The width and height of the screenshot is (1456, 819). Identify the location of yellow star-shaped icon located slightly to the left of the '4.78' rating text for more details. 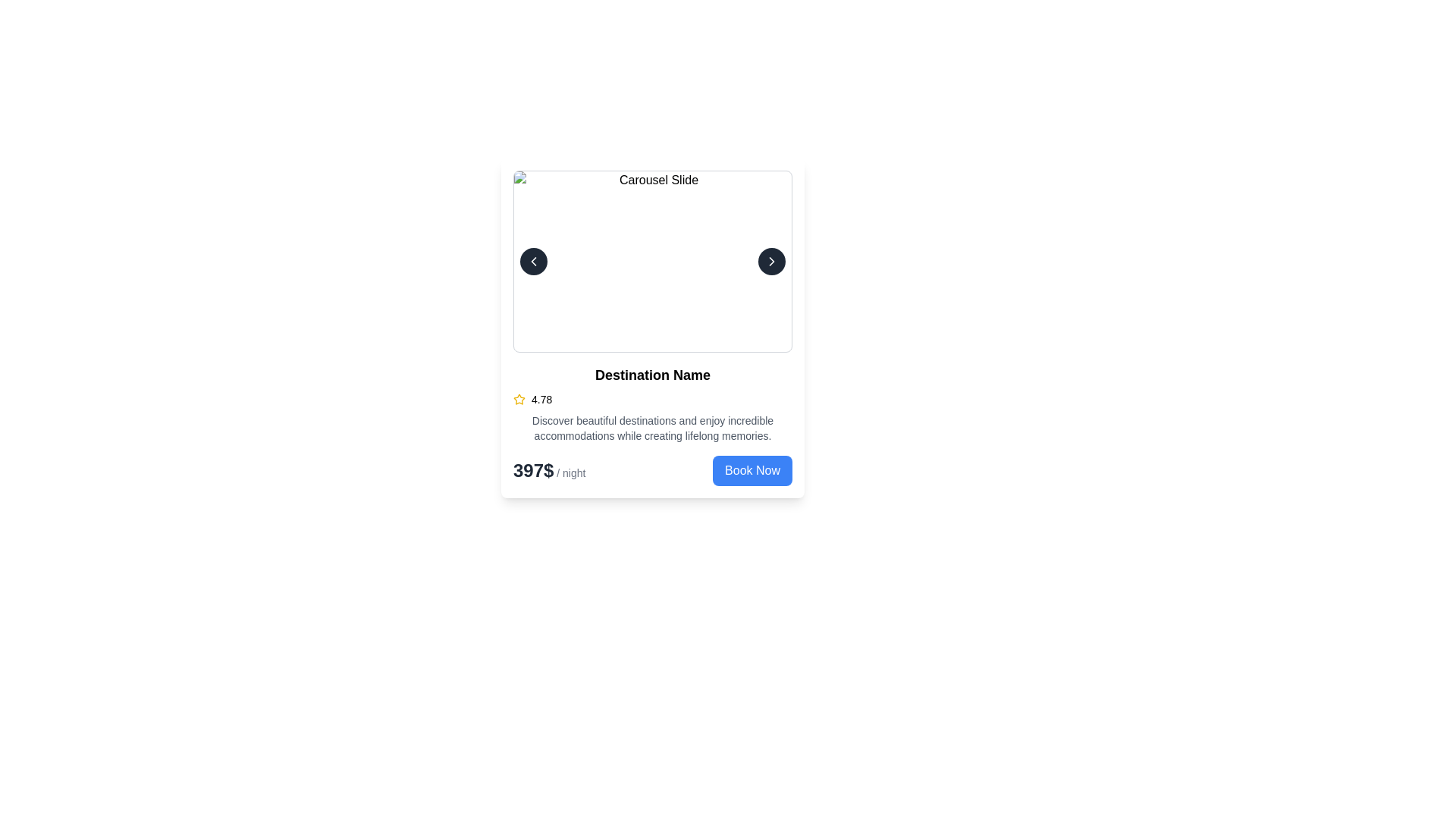
(519, 398).